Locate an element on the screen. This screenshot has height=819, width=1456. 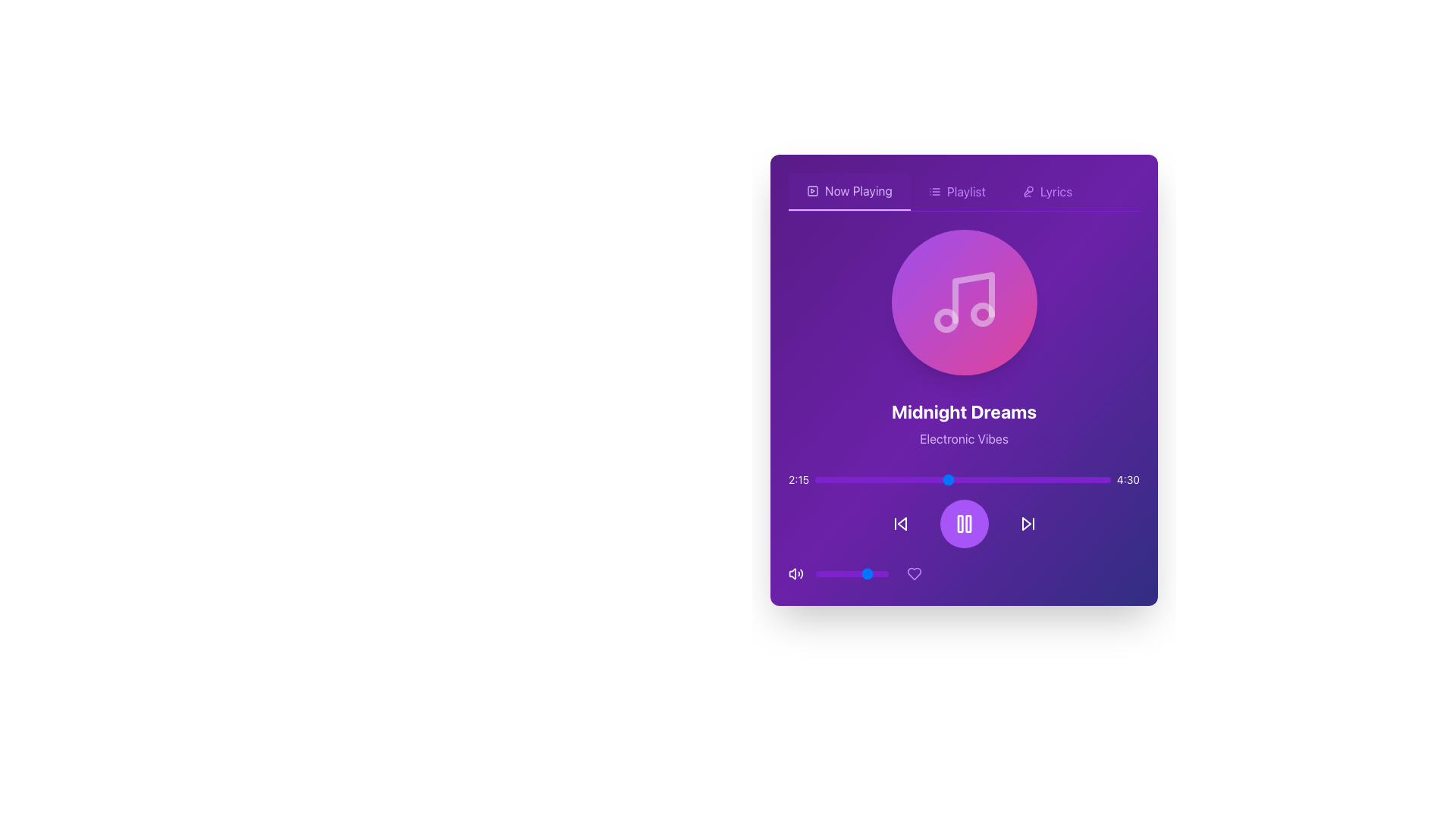
the static text display that shows the current playback time in the media player, positioned on the left side of the horizontal progress bar is located at coordinates (798, 479).